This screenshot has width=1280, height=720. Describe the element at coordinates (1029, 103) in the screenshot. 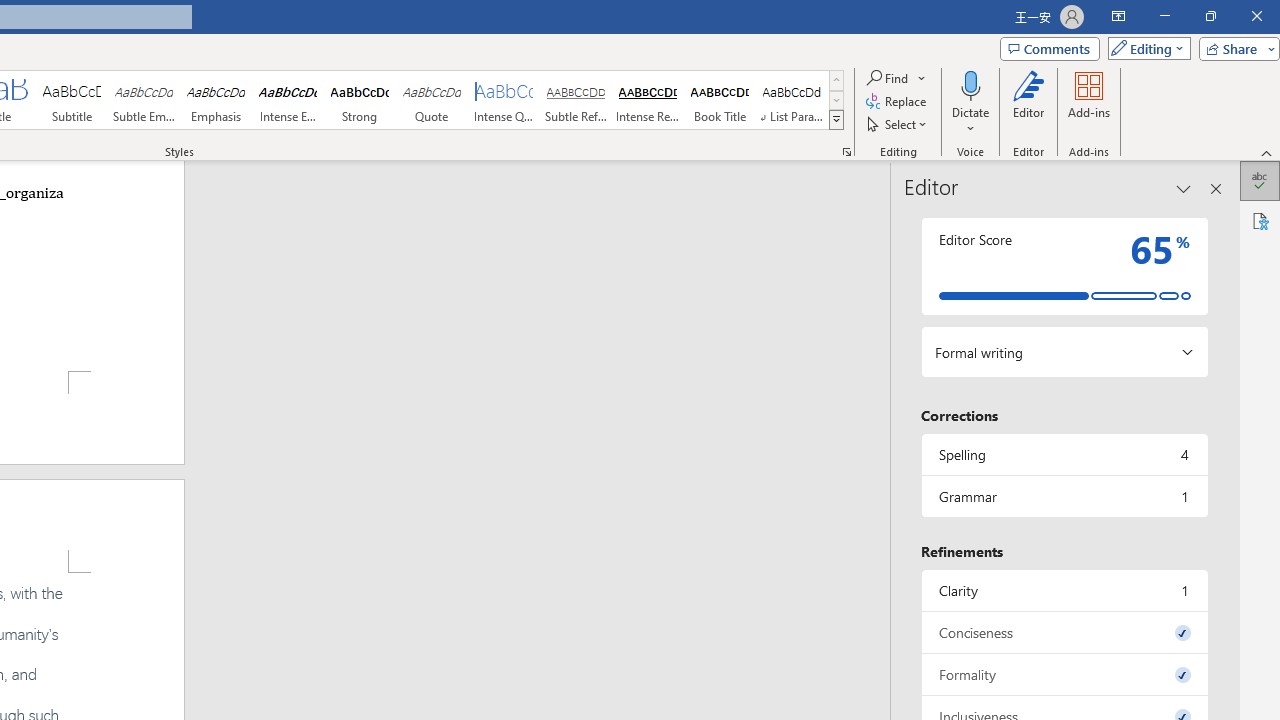

I see `'Editor'` at that location.